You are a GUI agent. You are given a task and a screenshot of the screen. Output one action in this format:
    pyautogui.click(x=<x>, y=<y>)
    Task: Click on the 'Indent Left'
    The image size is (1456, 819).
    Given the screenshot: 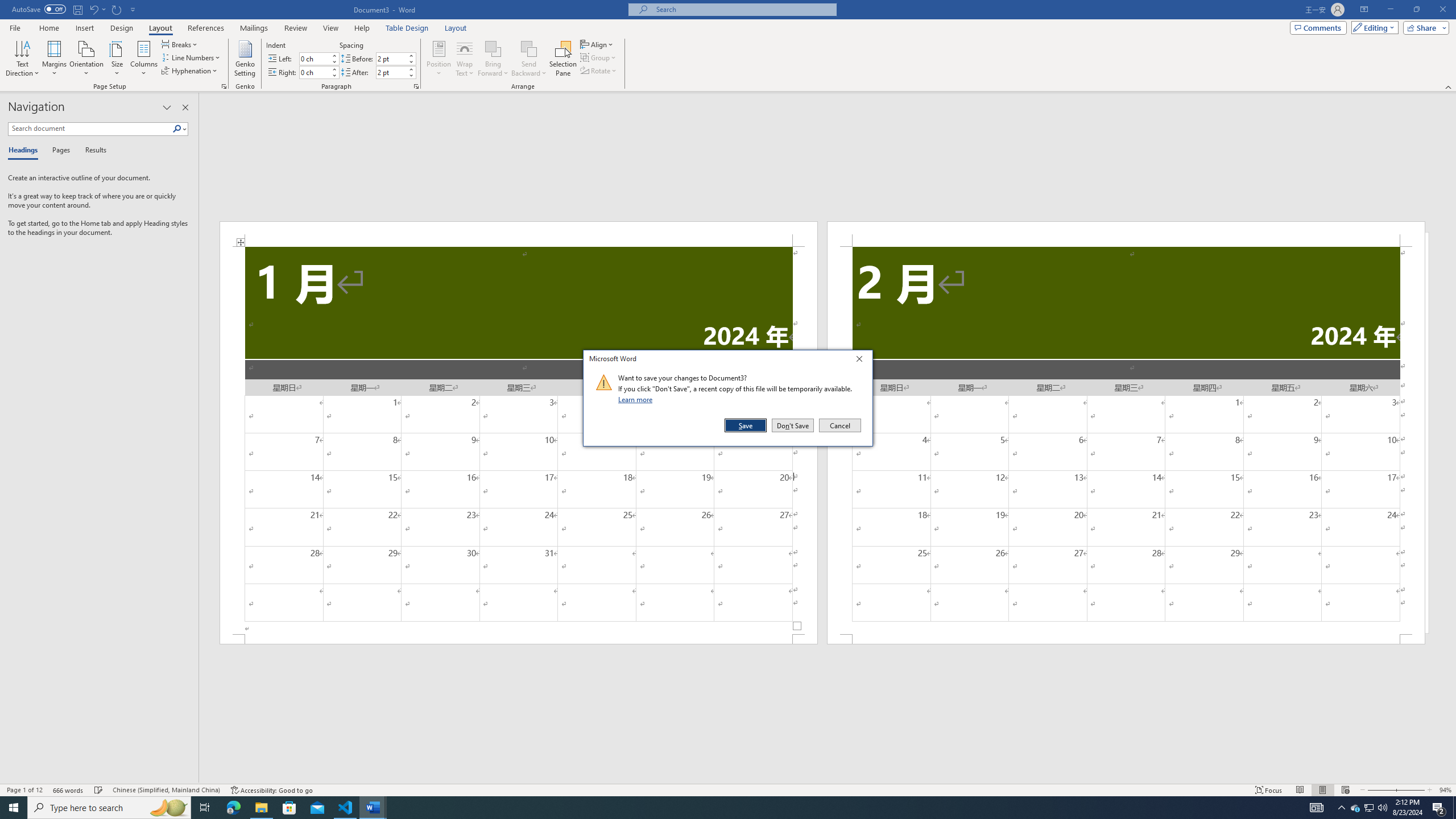 What is the action you would take?
    pyautogui.click(x=313, y=58)
    